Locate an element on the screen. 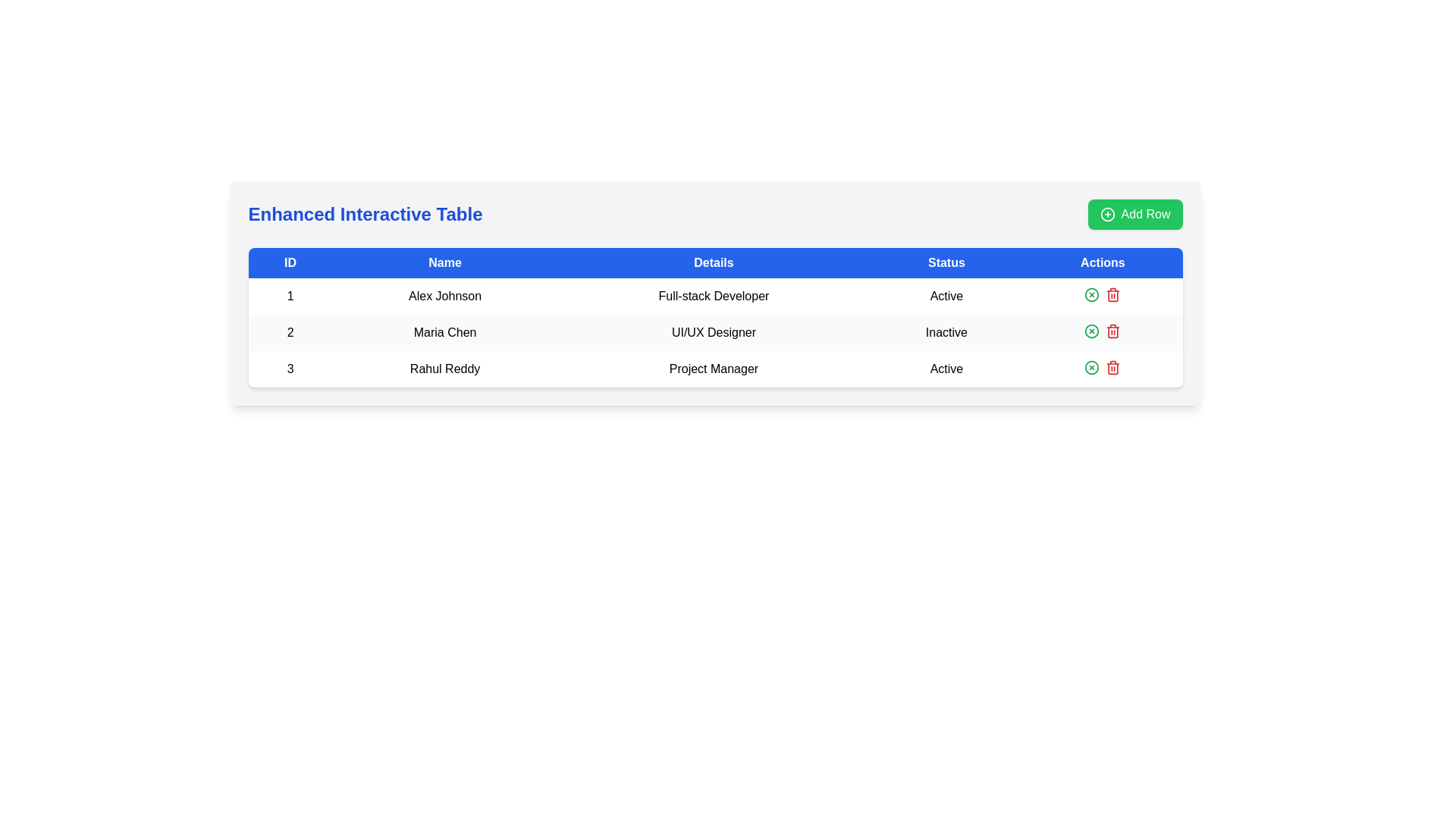 The width and height of the screenshot is (1456, 819). the red trash icon in the 'Actions' column of the third row is located at coordinates (1113, 295).